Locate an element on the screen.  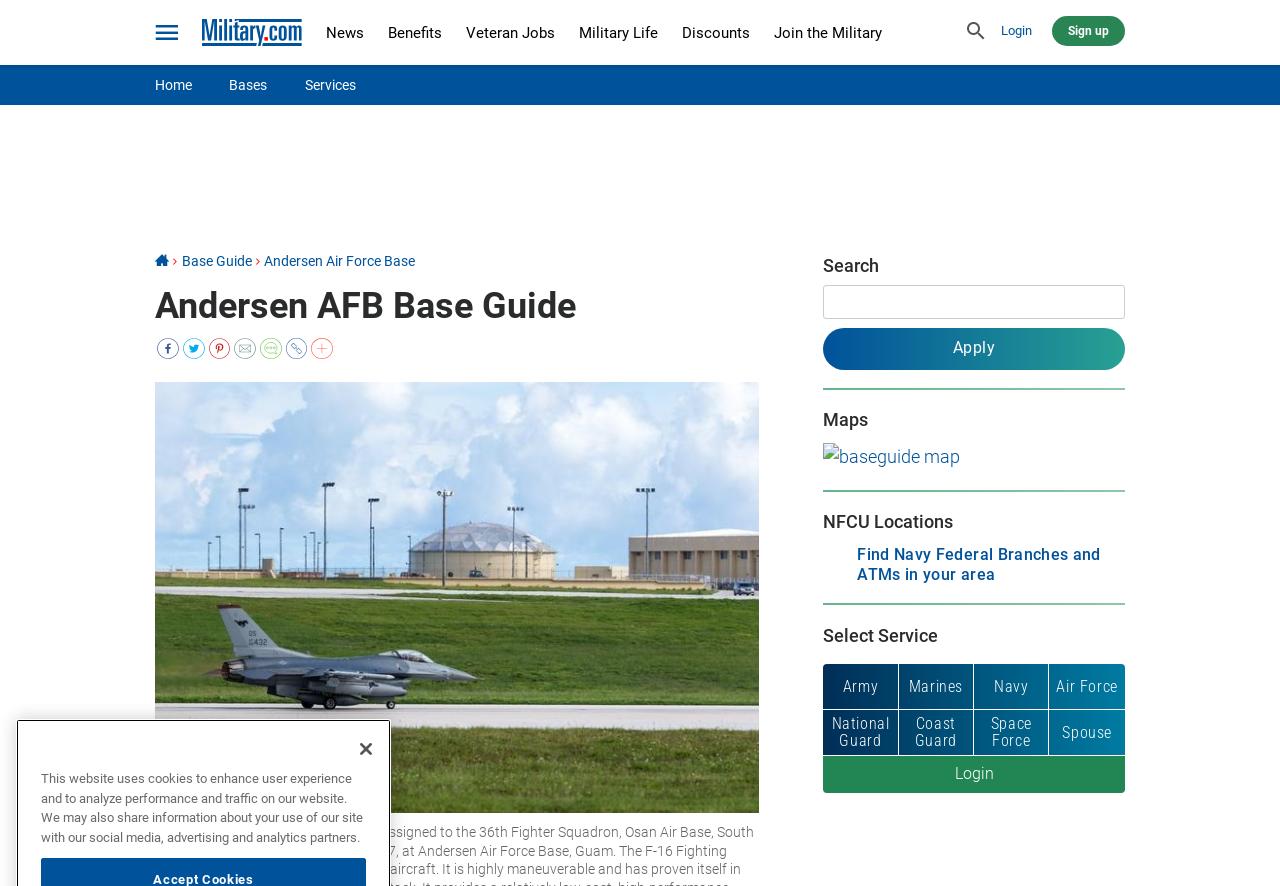
'Search' is located at coordinates (850, 264).